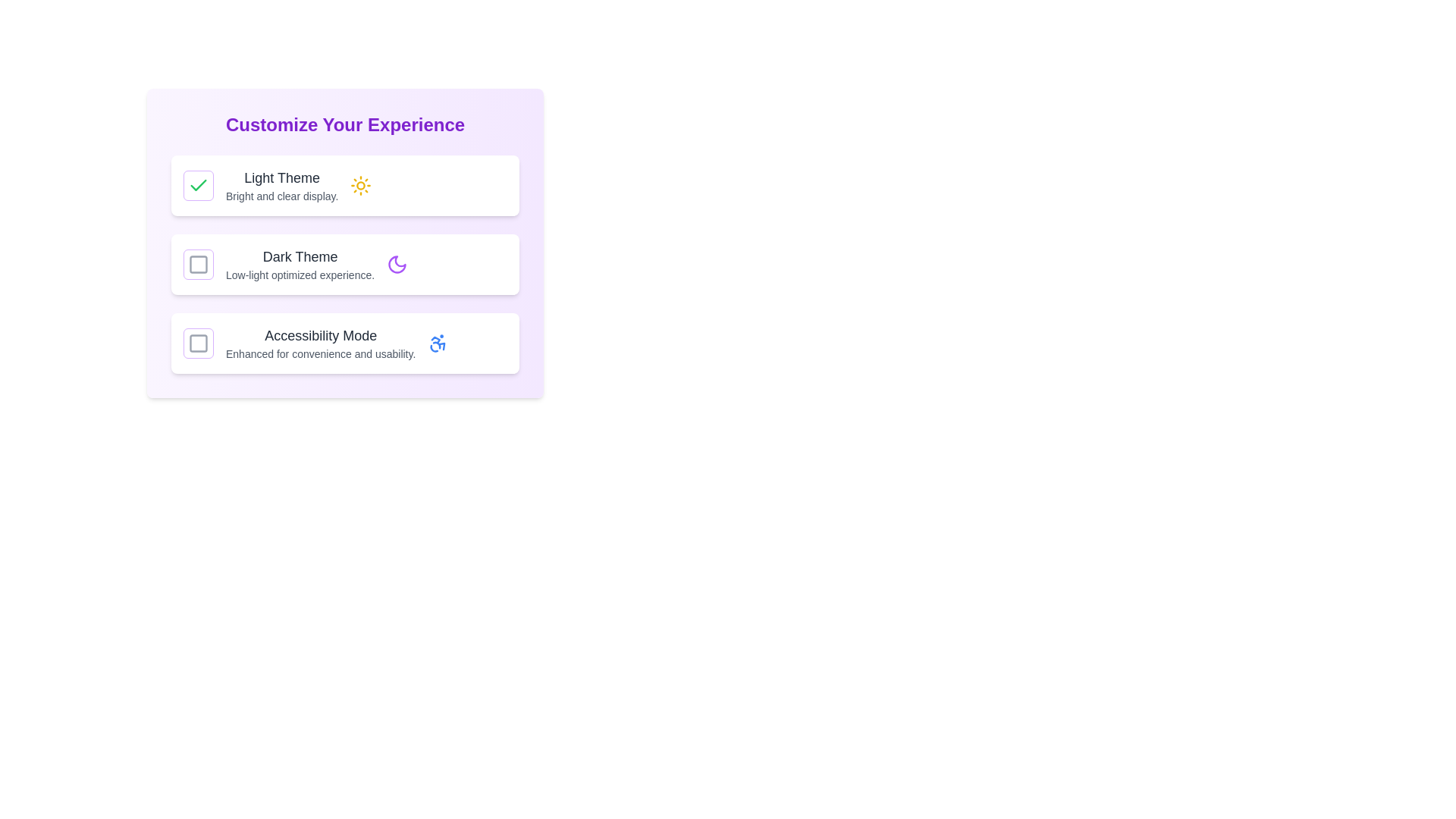 The width and height of the screenshot is (1456, 819). I want to click on the SVG icon that indicates the 'Light Theme' option is selected, located in the first row of the 'Customize Your Experience' list, so click(198, 185).